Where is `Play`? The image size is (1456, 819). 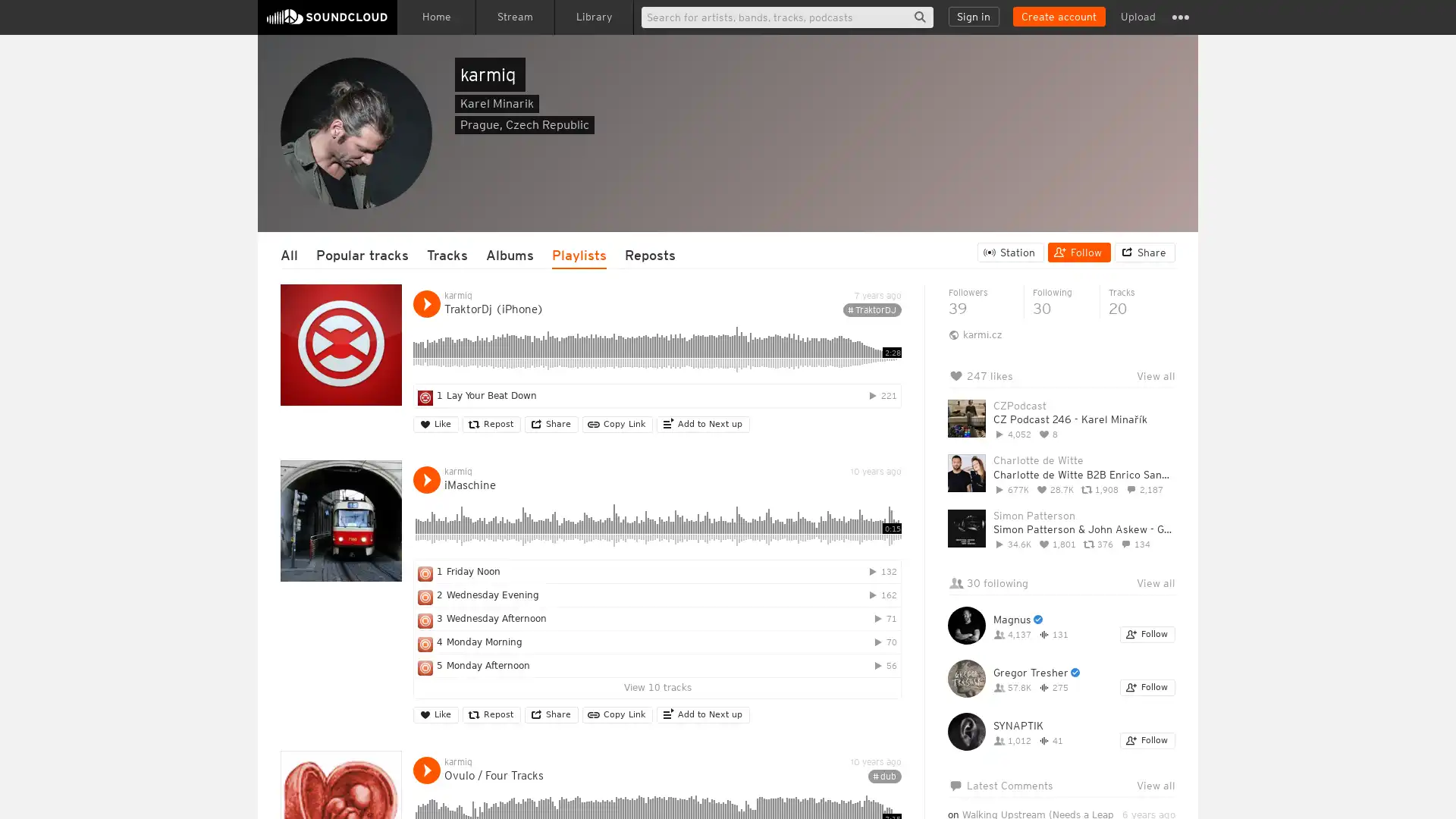 Play is located at coordinates (425, 304).